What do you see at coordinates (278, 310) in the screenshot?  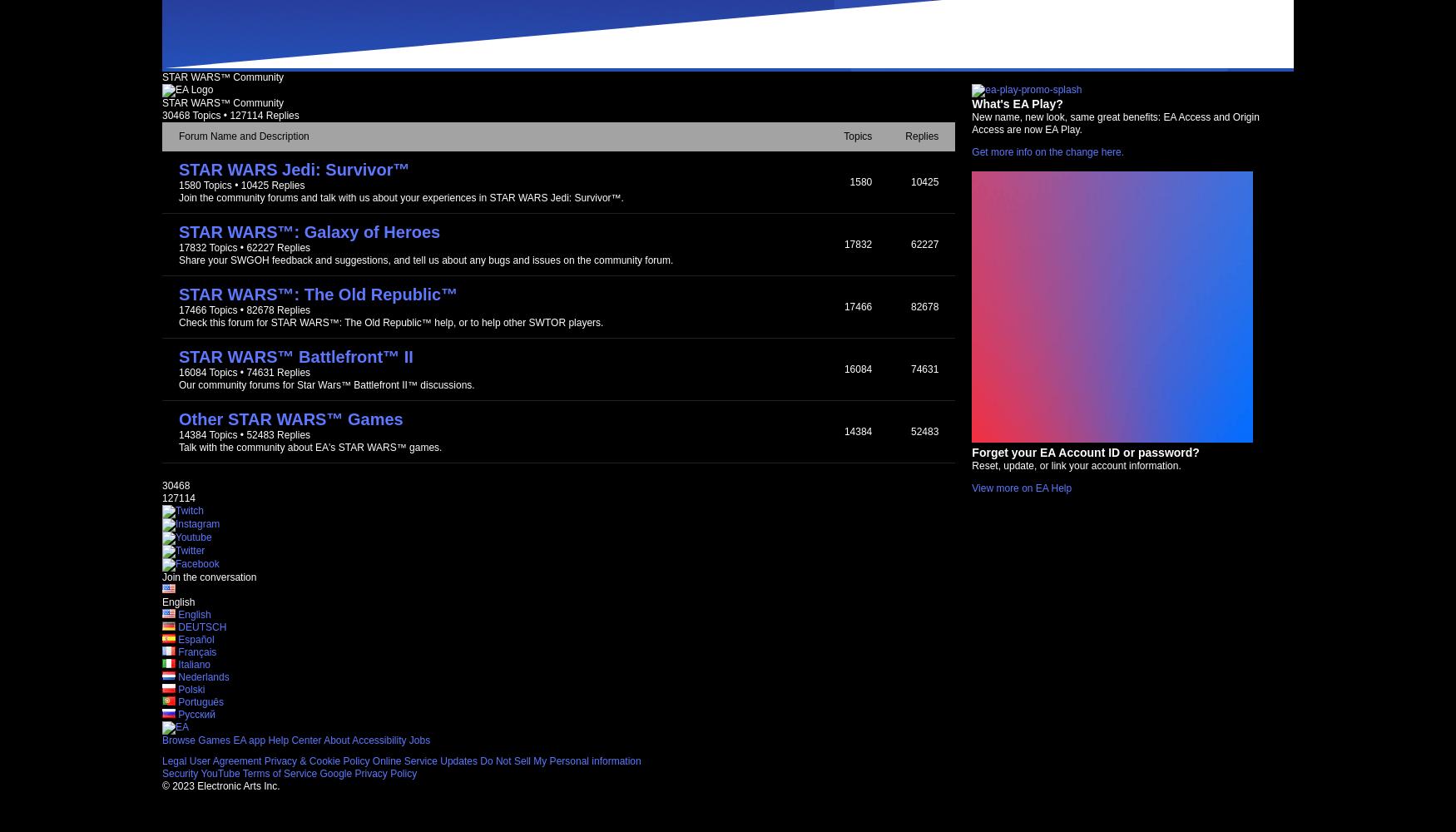 I see `'82678 Replies'` at bounding box center [278, 310].